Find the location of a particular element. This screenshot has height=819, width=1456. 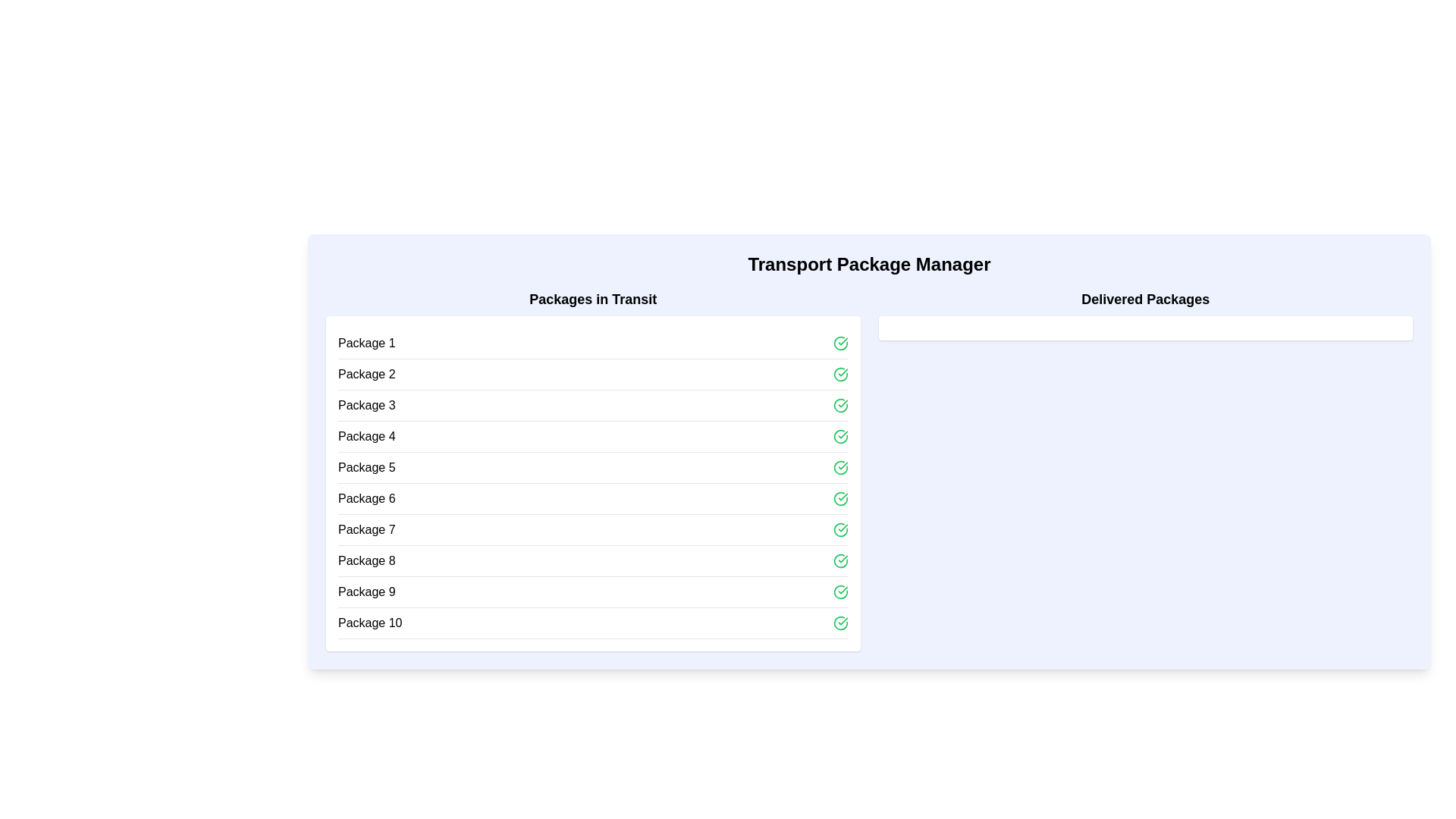

the 'Package 8' text label in the list of packages under 'Packages in Transit' is located at coordinates (366, 561).